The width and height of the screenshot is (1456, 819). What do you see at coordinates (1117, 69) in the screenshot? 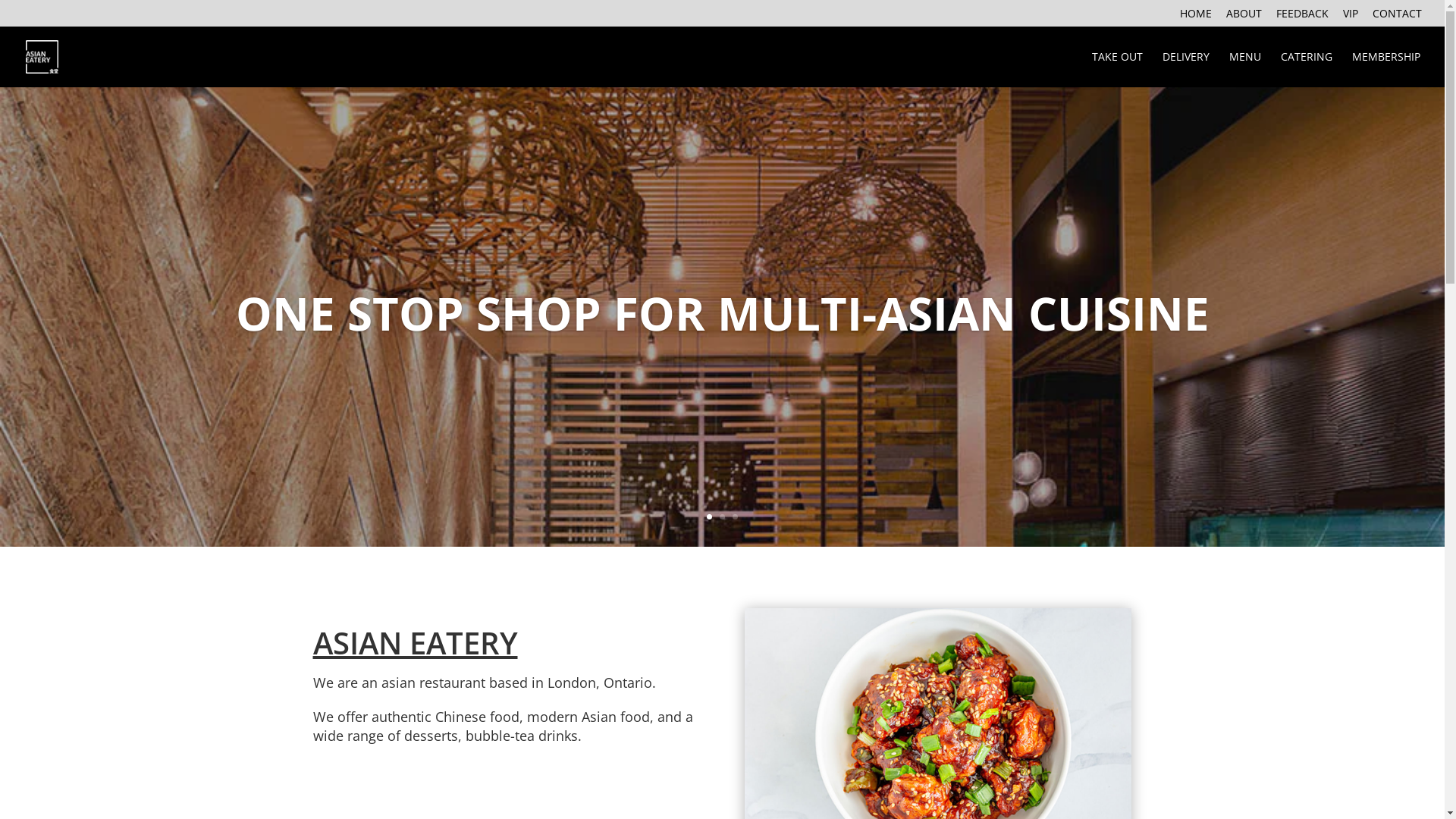
I see `'TAKE OUT'` at bounding box center [1117, 69].